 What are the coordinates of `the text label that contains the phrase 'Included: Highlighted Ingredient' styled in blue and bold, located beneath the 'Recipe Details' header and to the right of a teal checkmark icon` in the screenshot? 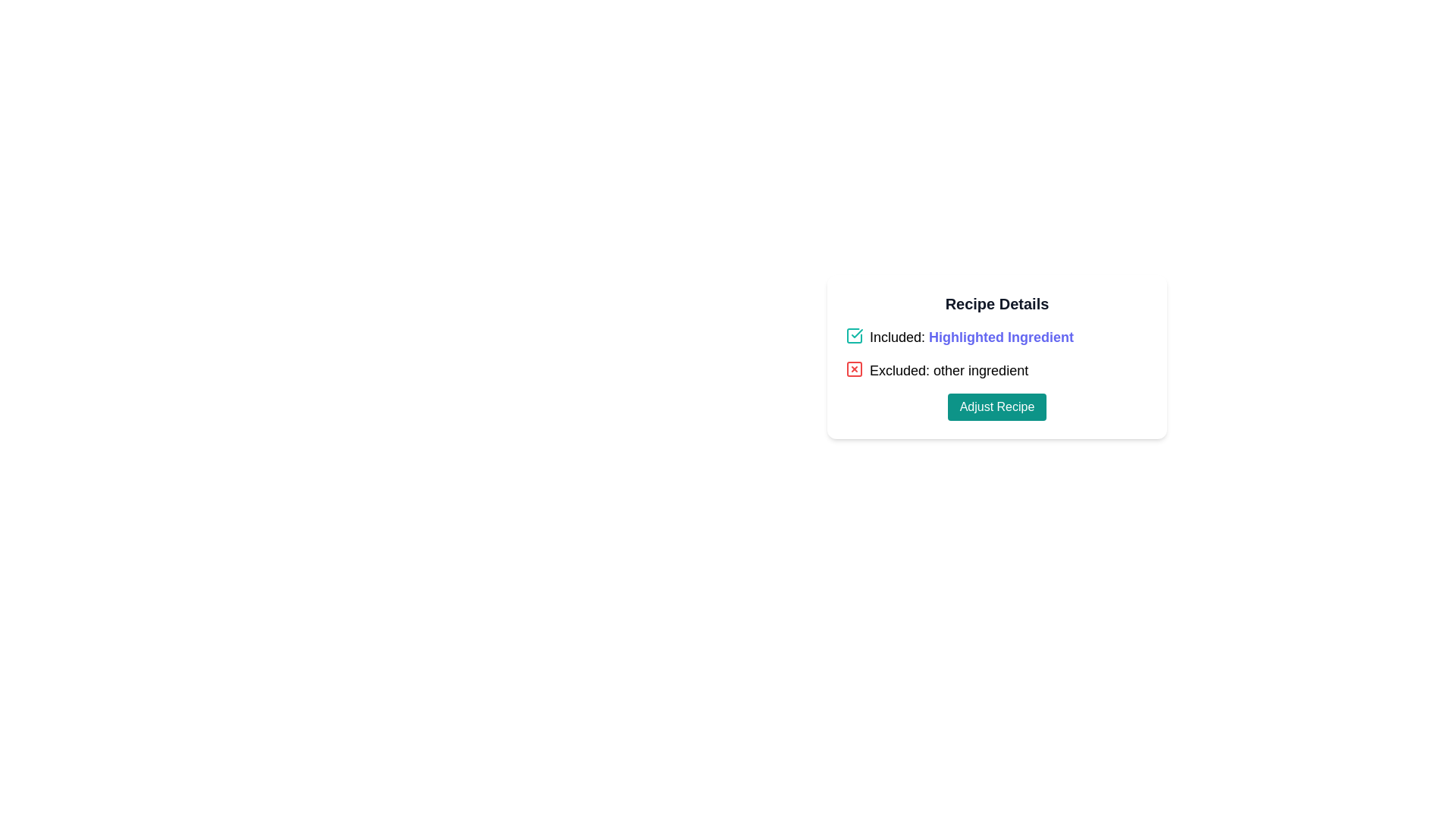 It's located at (971, 336).